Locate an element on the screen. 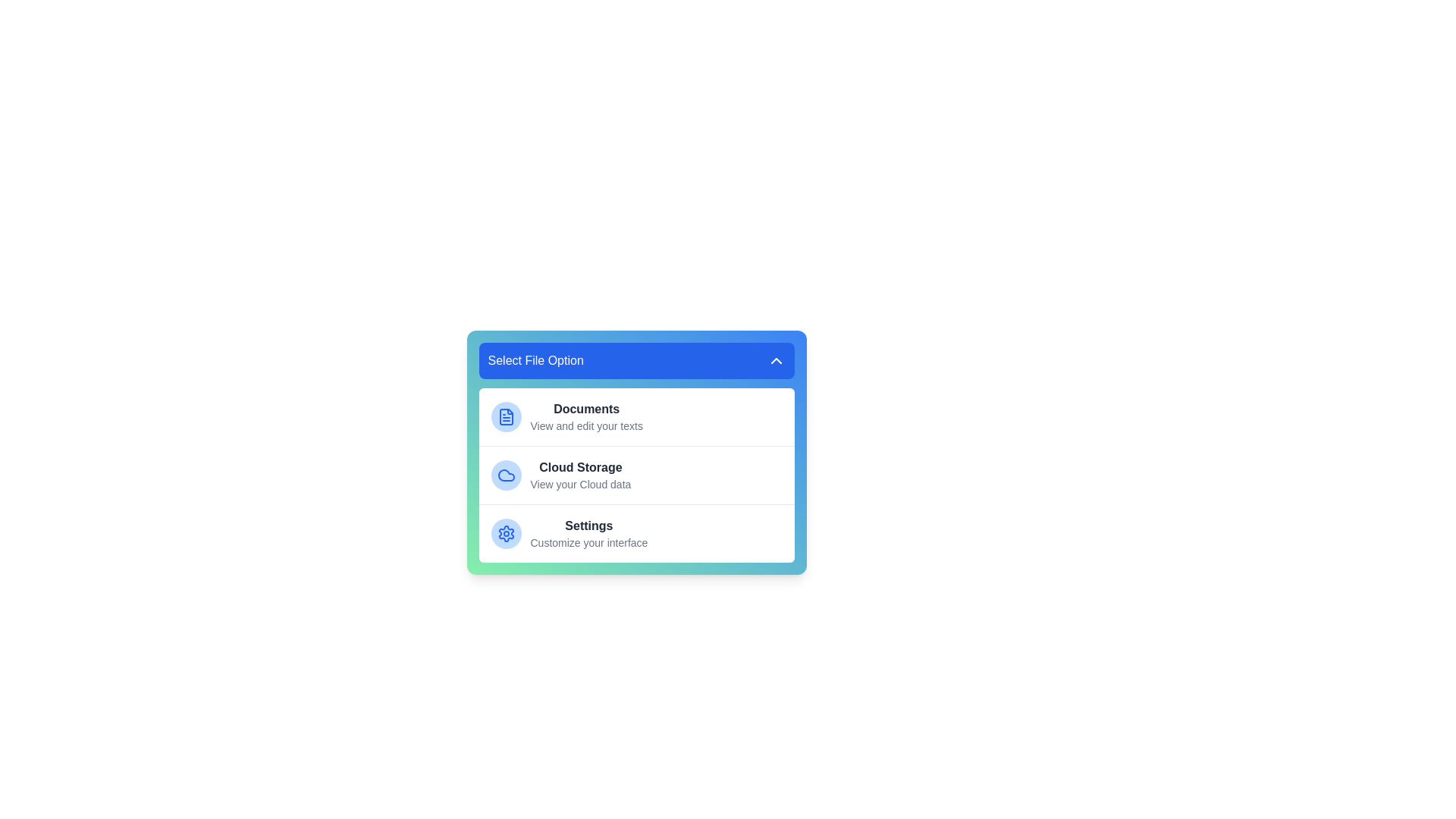 The height and width of the screenshot is (819, 1456). the cloud storage icon located in the second row of the 'Select File Option' menu, which is positioned before the text 'Cloud Storage' is located at coordinates (506, 475).